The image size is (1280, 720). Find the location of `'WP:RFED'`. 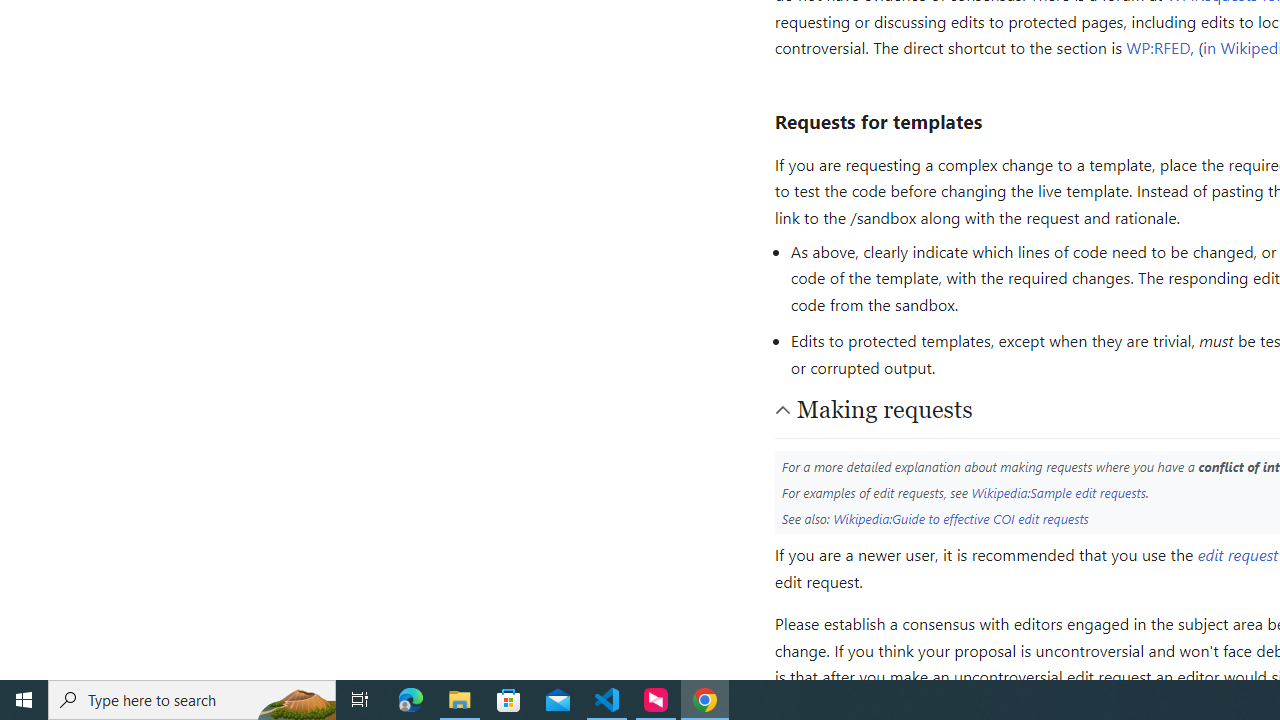

'WP:RFED' is located at coordinates (1158, 46).